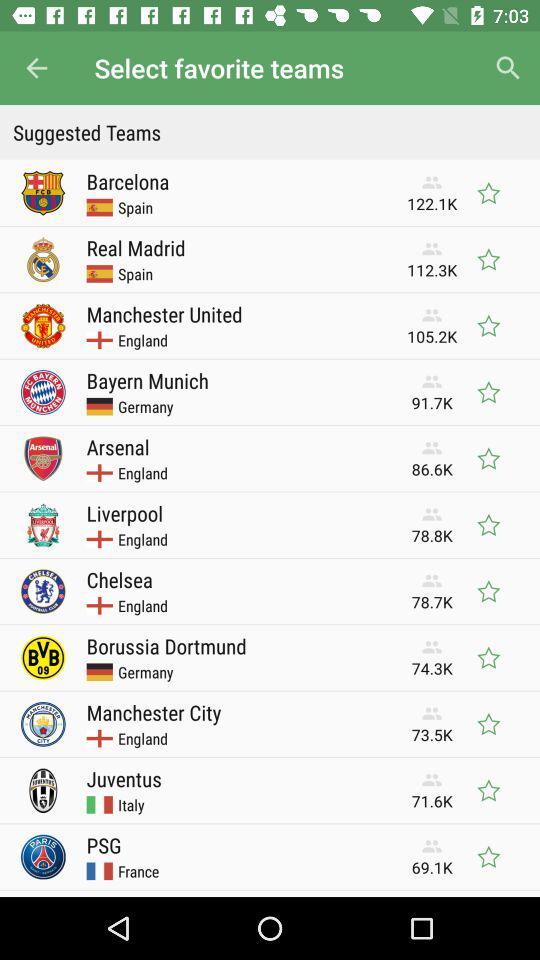 Image resolution: width=540 pixels, height=960 pixels. What do you see at coordinates (104, 844) in the screenshot?
I see `item next to the 69.1k` at bounding box center [104, 844].